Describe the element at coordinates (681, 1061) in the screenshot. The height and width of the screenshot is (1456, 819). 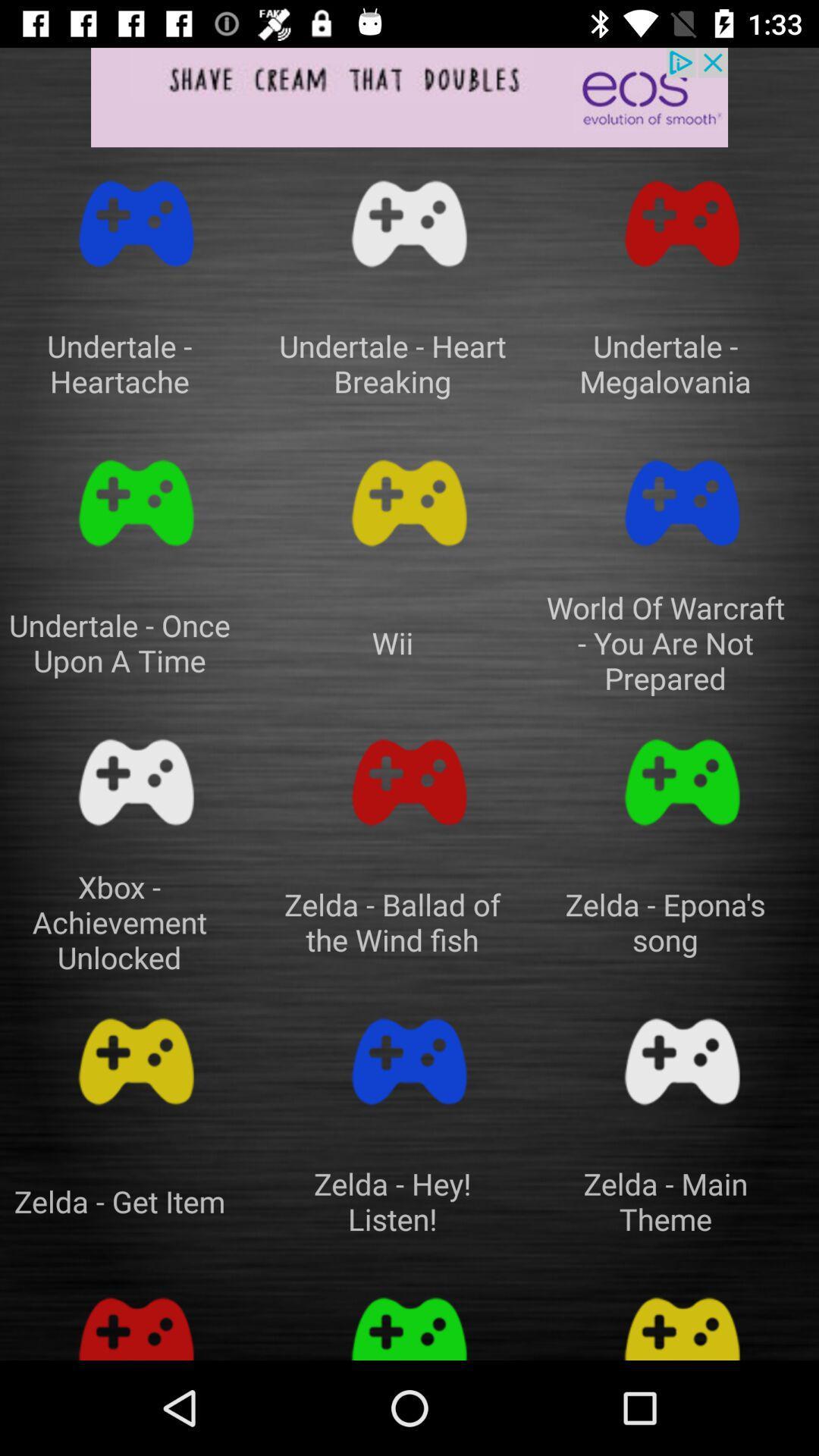
I see `zelda-main theme for video games` at that location.